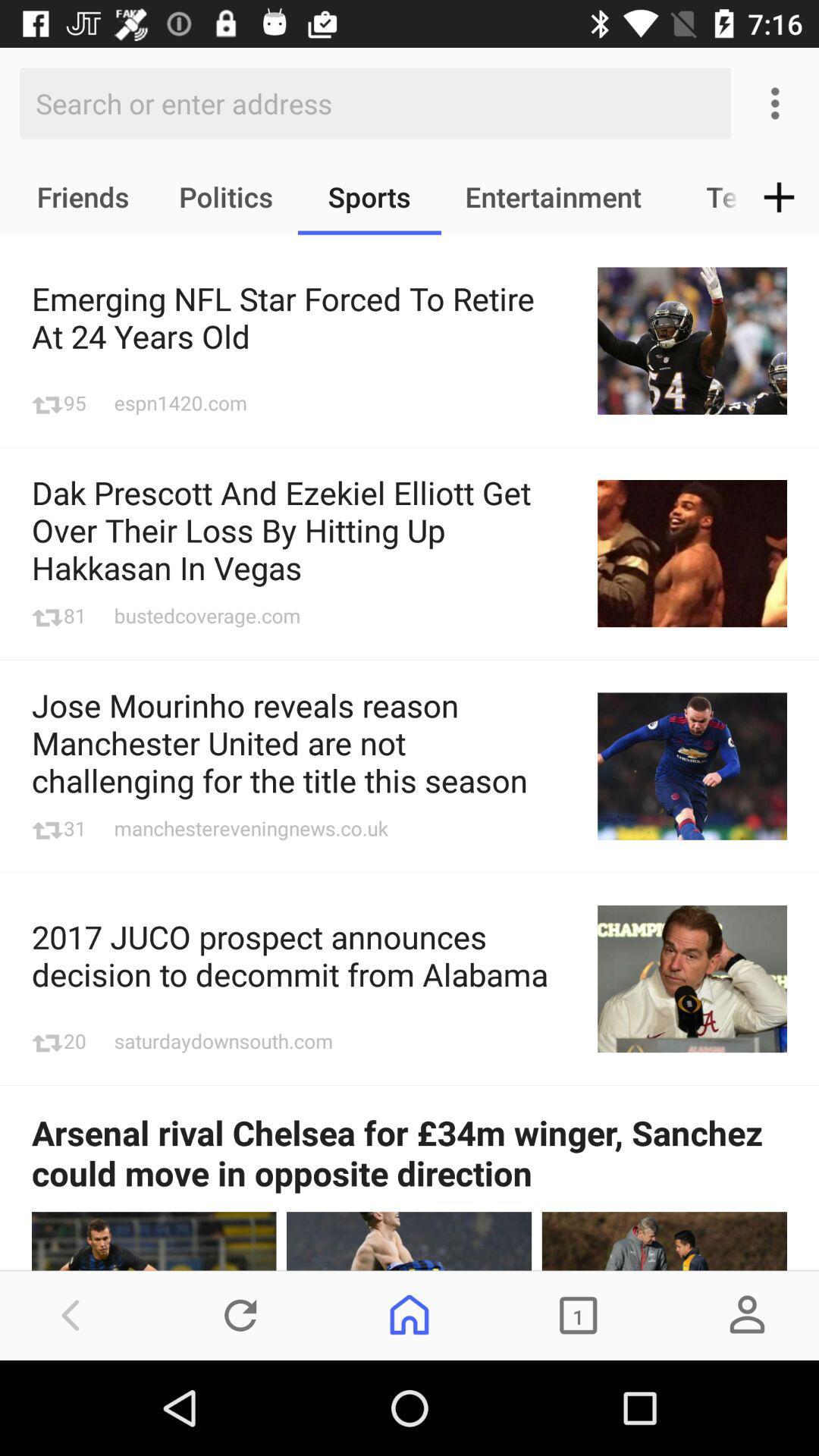 The height and width of the screenshot is (1456, 819). I want to click on the arrow_backward icon, so click(71, 1314).